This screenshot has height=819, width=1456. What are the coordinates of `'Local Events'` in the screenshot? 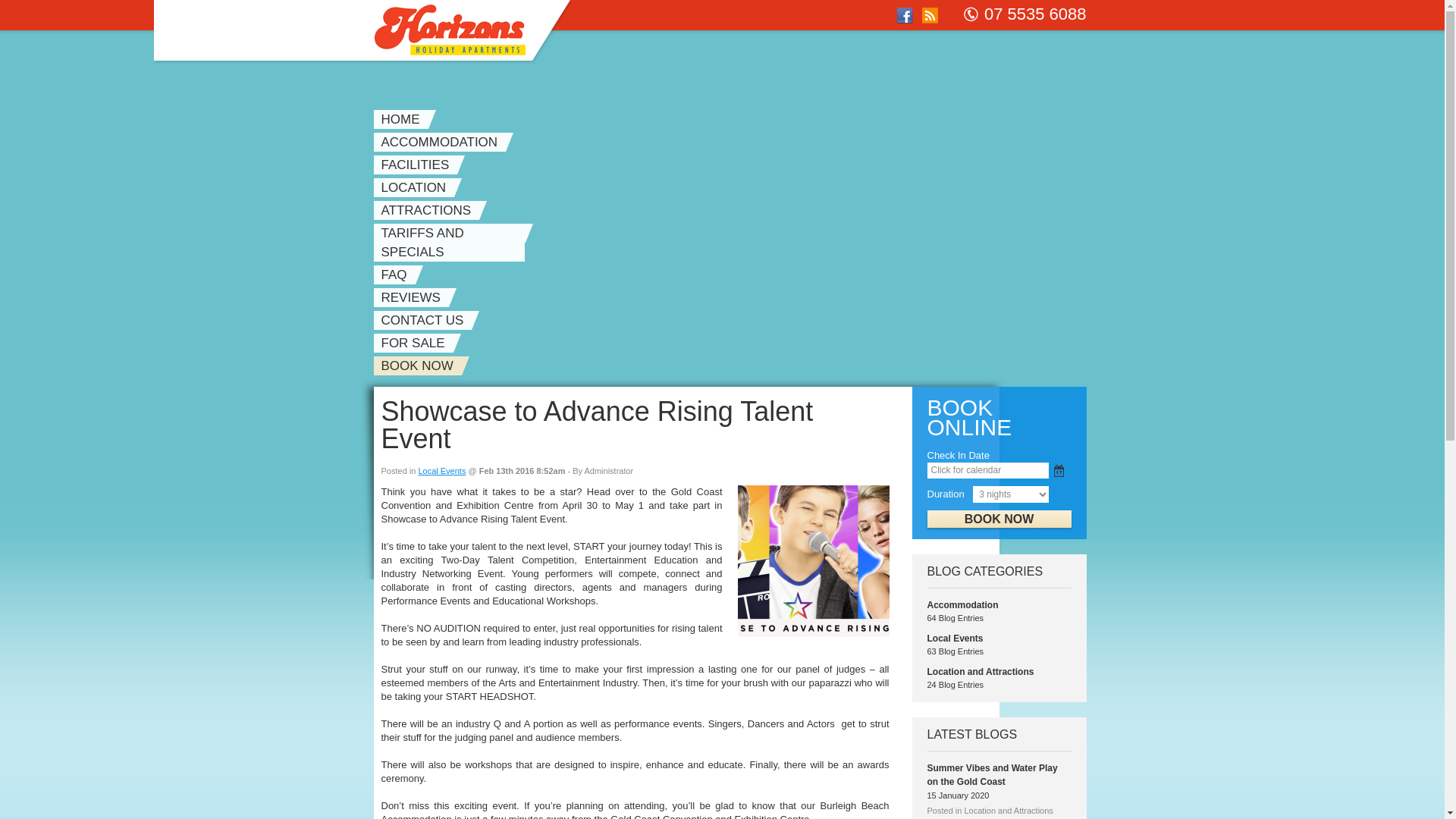 It's located at (953, 638).